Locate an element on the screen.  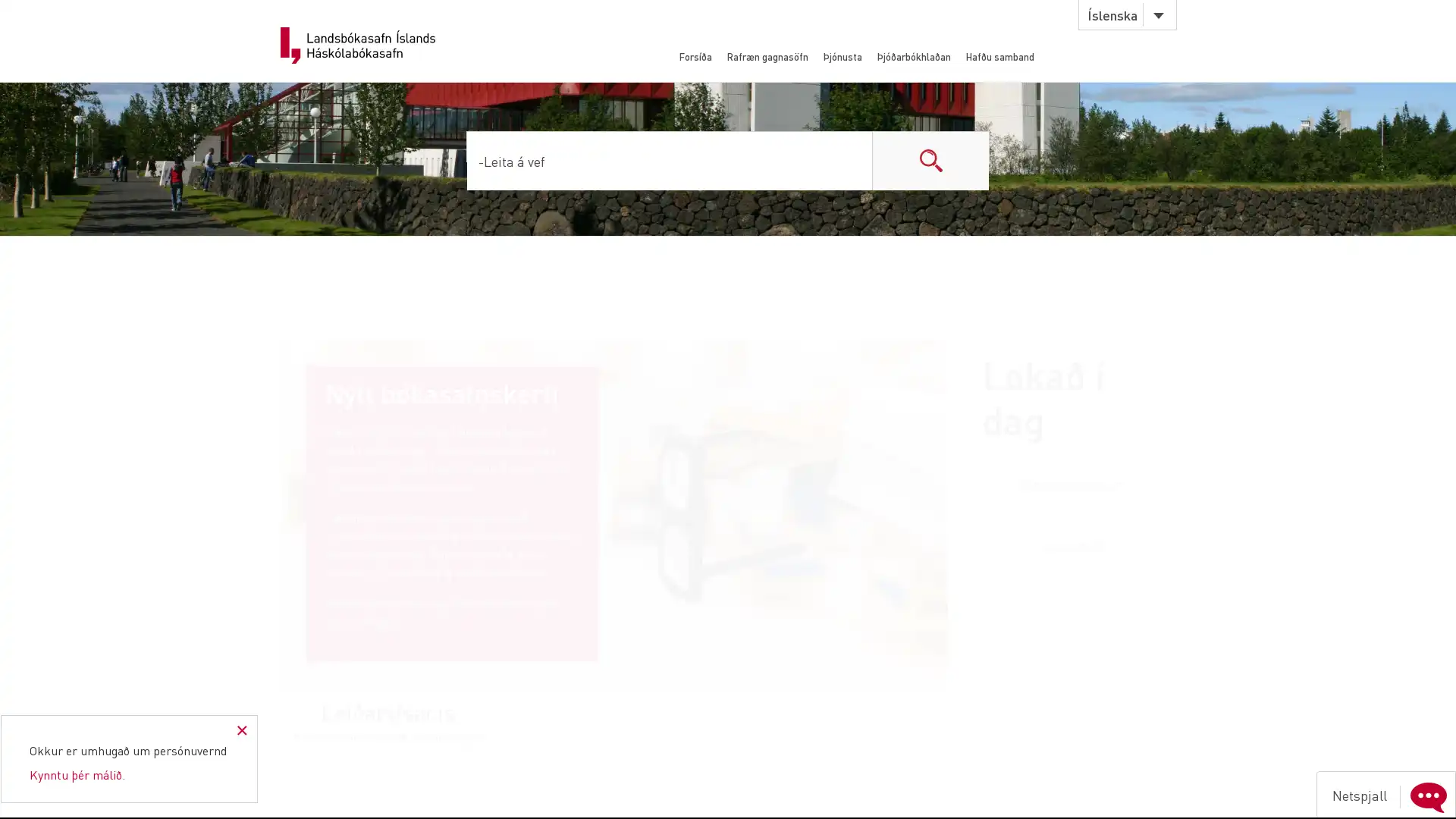
leita is located at coordinates (930, 160).